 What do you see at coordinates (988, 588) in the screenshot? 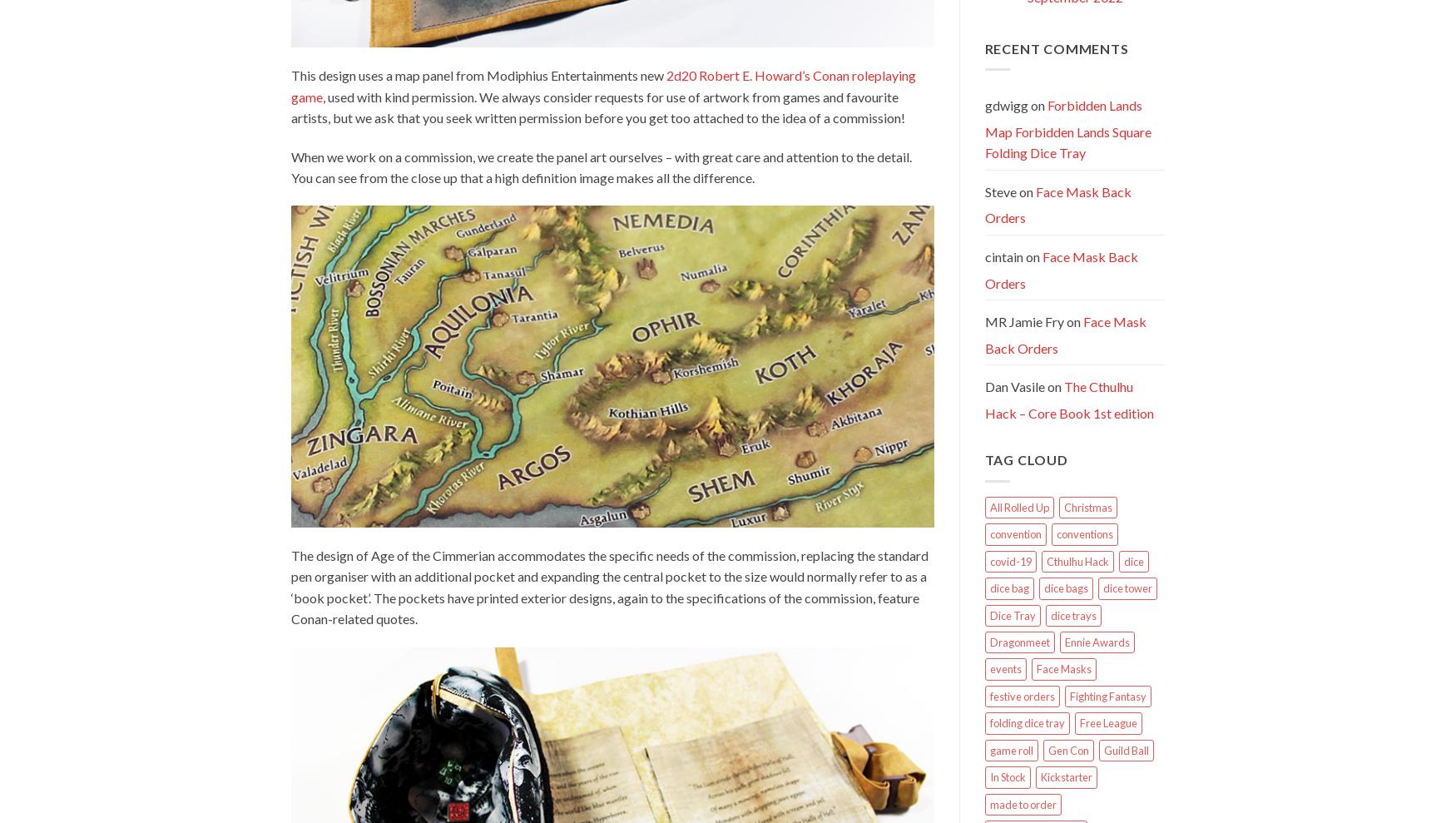
I see `'dice bag'` at bounding box center [988, 588].